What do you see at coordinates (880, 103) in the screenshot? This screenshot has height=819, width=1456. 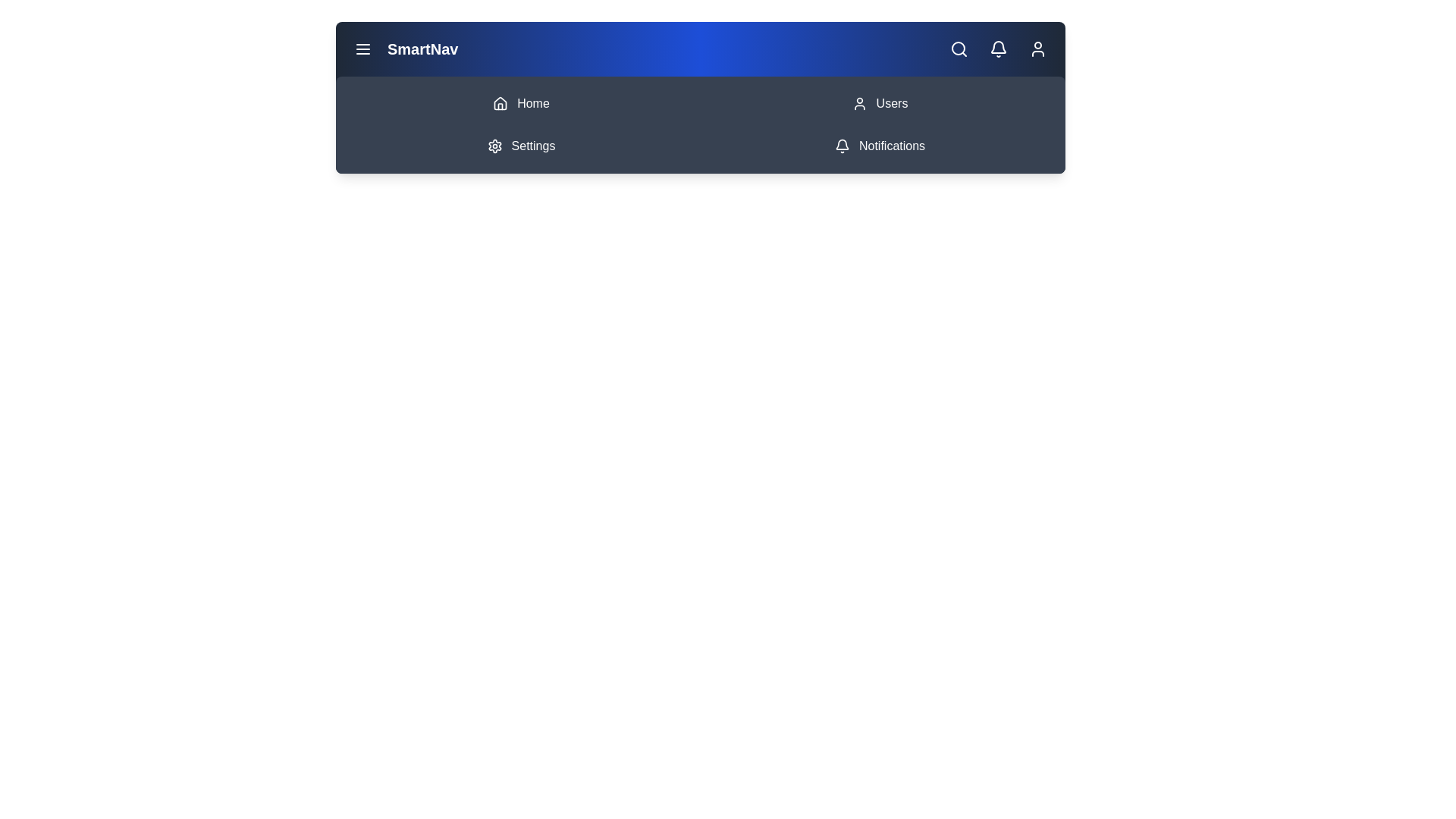 I see `the Users navigation item in the menu` at bounding box center [880, 103].